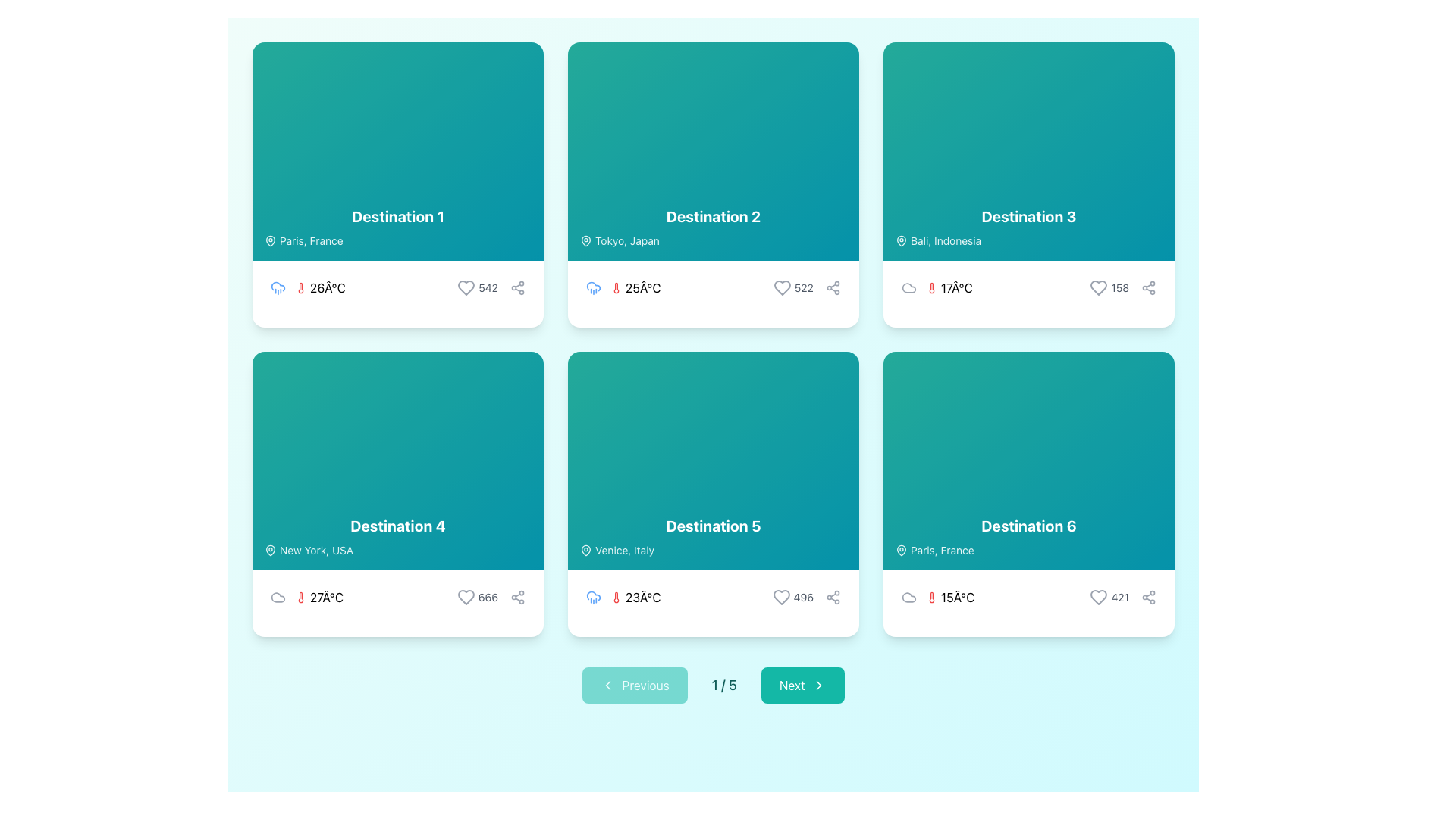 The image size is (1456, 819). What do you see at coordinates (802, 596) in the screenshot?
I see `numerical text label that displays '496', which is styled with a smaller font size and gray color, located to the right of a heart icon in the bottom-right section of the card labeled 'Destination 5'` at bounding box center [802, 596].